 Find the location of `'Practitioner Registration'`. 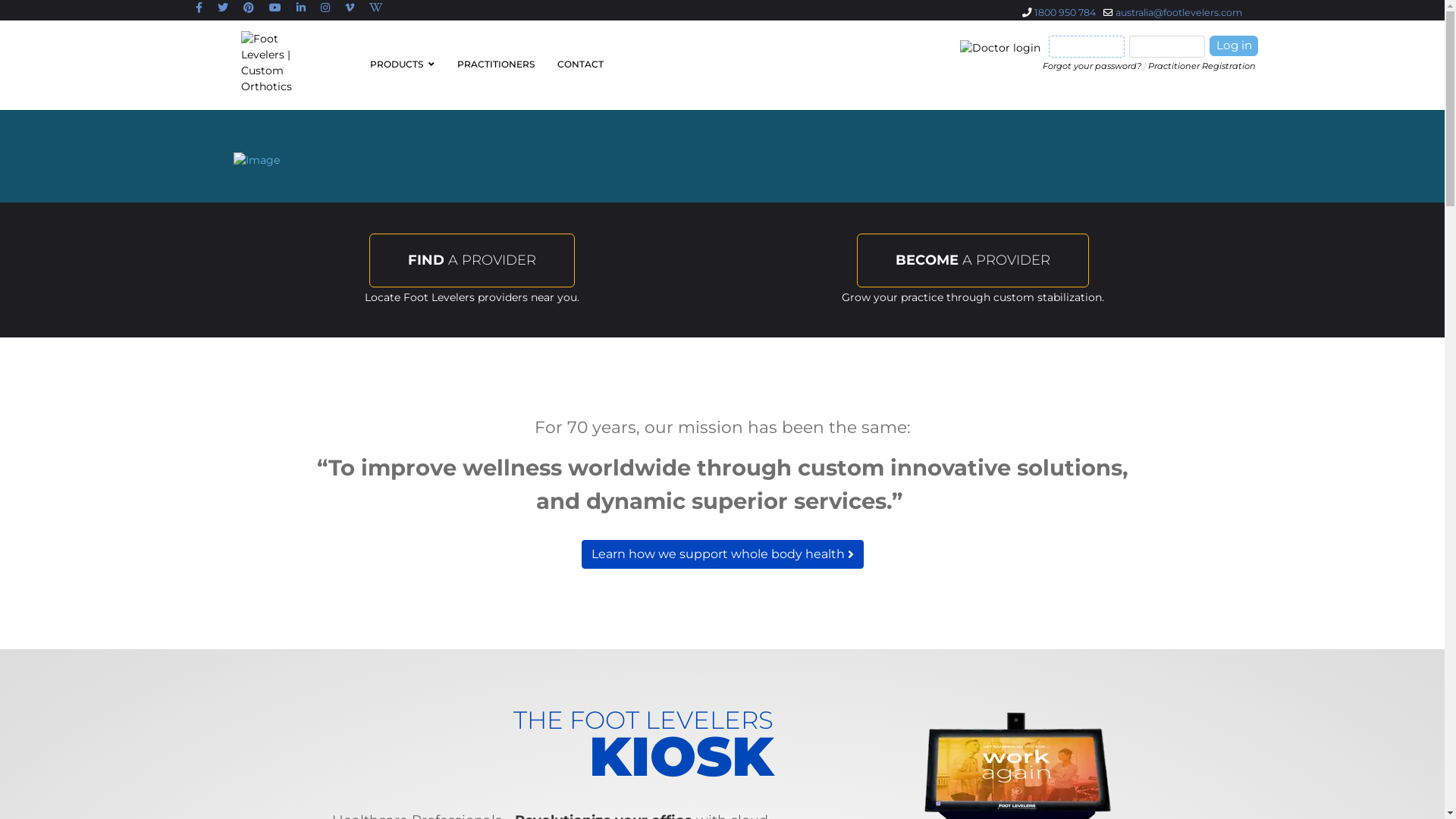

'Practitioner Registration' is located at coordinates (1200, 65).